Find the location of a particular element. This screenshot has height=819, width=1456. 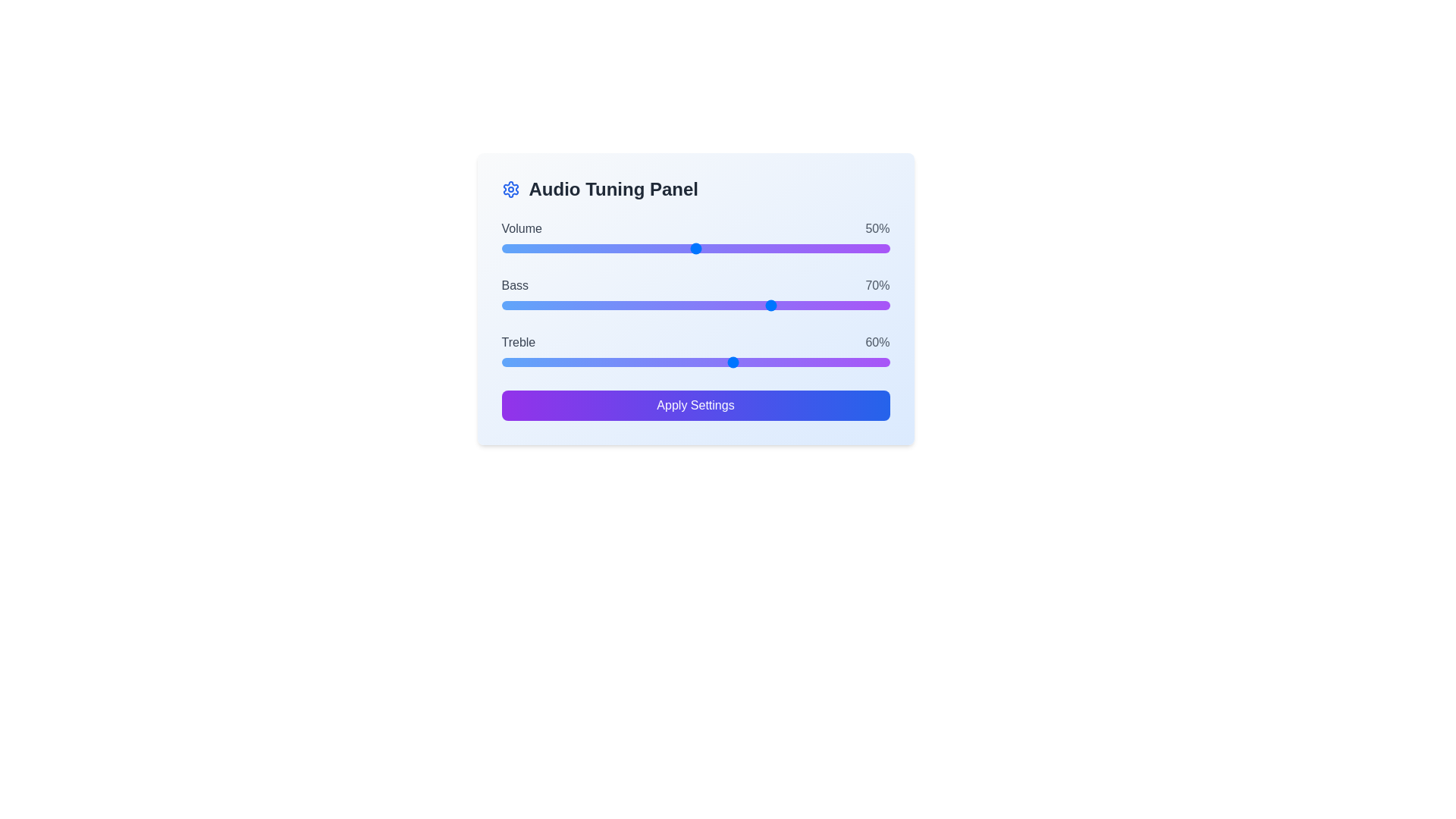

the volume slider is located at coordinates (598, 247).